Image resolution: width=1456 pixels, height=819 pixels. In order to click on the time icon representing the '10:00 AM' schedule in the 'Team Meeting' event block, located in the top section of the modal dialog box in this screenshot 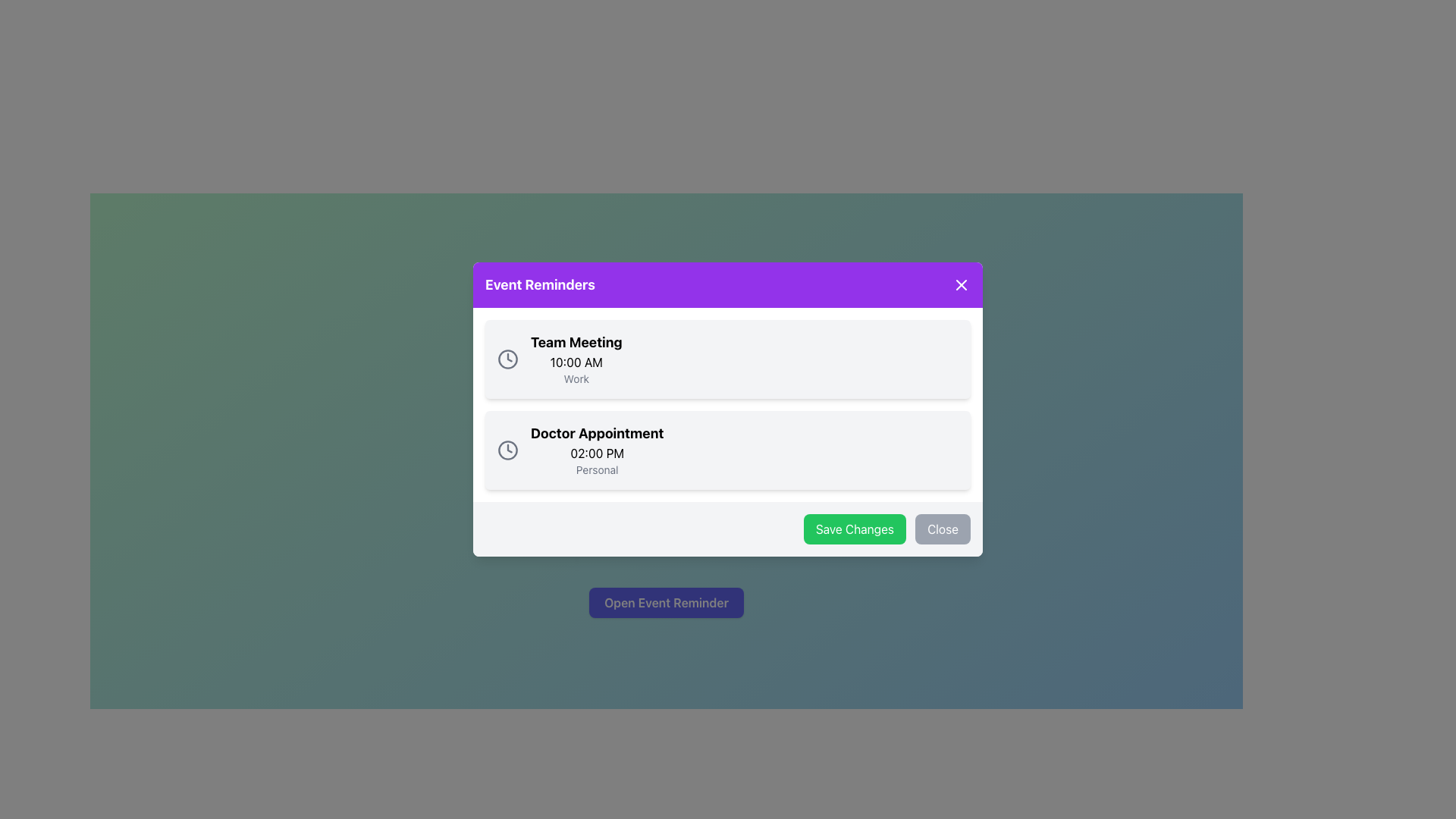, I will do `click(508, 359)`.